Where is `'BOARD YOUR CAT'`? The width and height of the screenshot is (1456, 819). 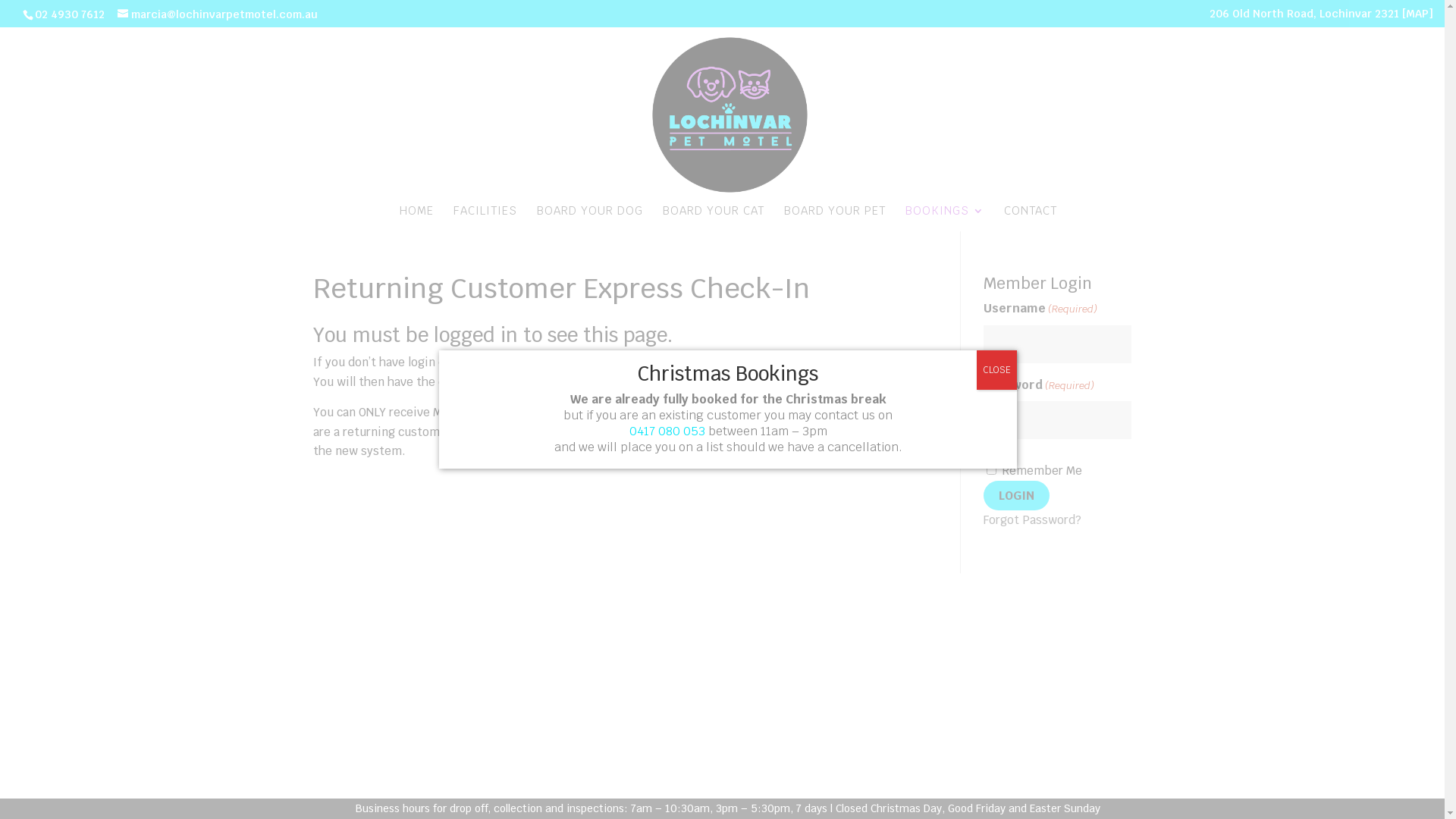 'BOARD YOUR CAT' is located at coordinates (712, 218).